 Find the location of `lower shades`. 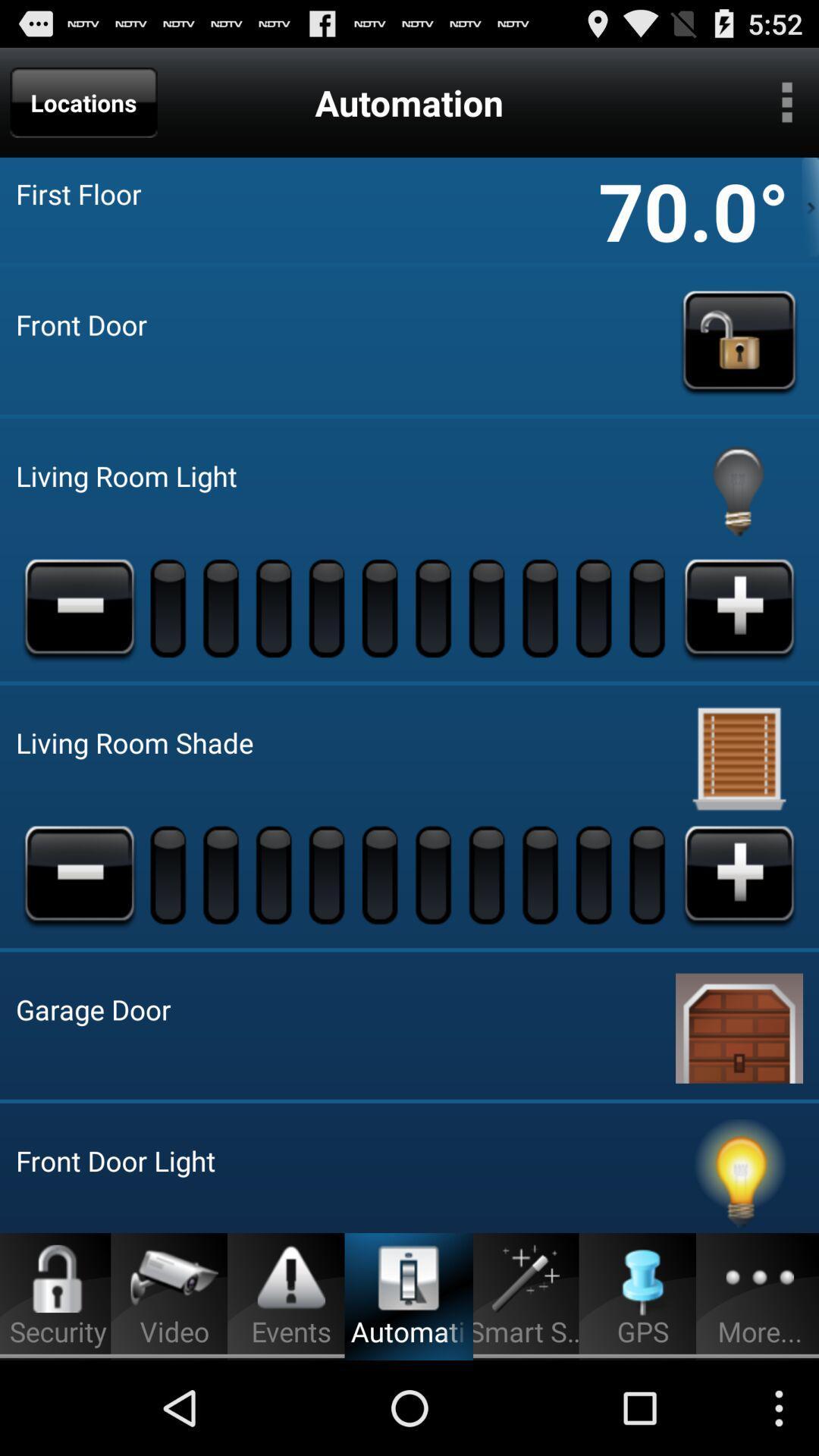

lower shades is located at coordinates (79, 874).